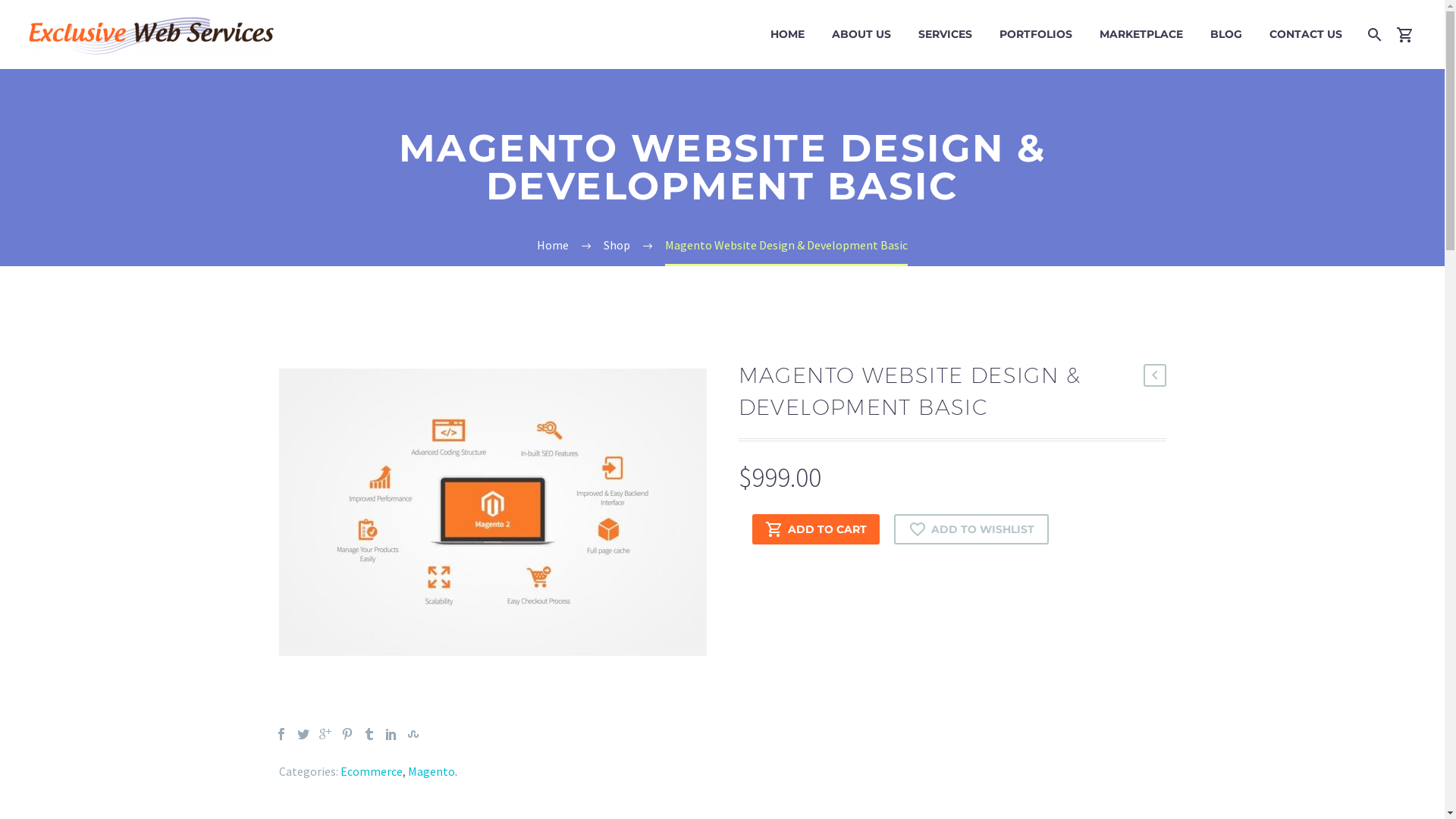 This screenshot has width=1456, height=819. Describe the element at coordinates (861, 34) in the screenshot. I see `'ABOUT US'` at that location.